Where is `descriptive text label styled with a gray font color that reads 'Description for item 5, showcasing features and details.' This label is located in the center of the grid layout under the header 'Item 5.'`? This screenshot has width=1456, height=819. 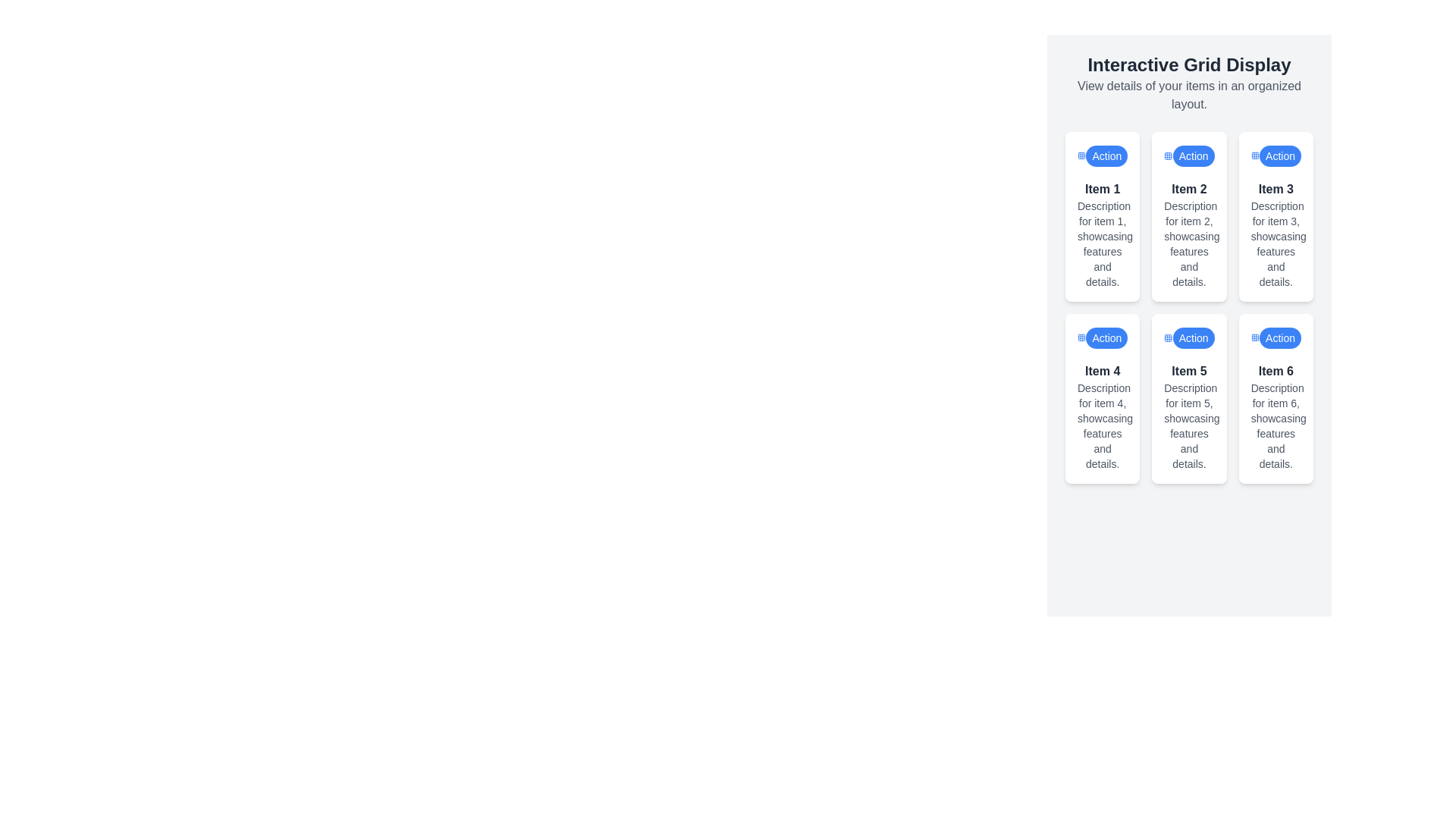
descriptive text label styled with a gray font color that reads 'Description for item 5, showcasing features and details.' This label is located in the center of the grid layout under the header 'Item 5.' is located at coordinates (1188, 426).